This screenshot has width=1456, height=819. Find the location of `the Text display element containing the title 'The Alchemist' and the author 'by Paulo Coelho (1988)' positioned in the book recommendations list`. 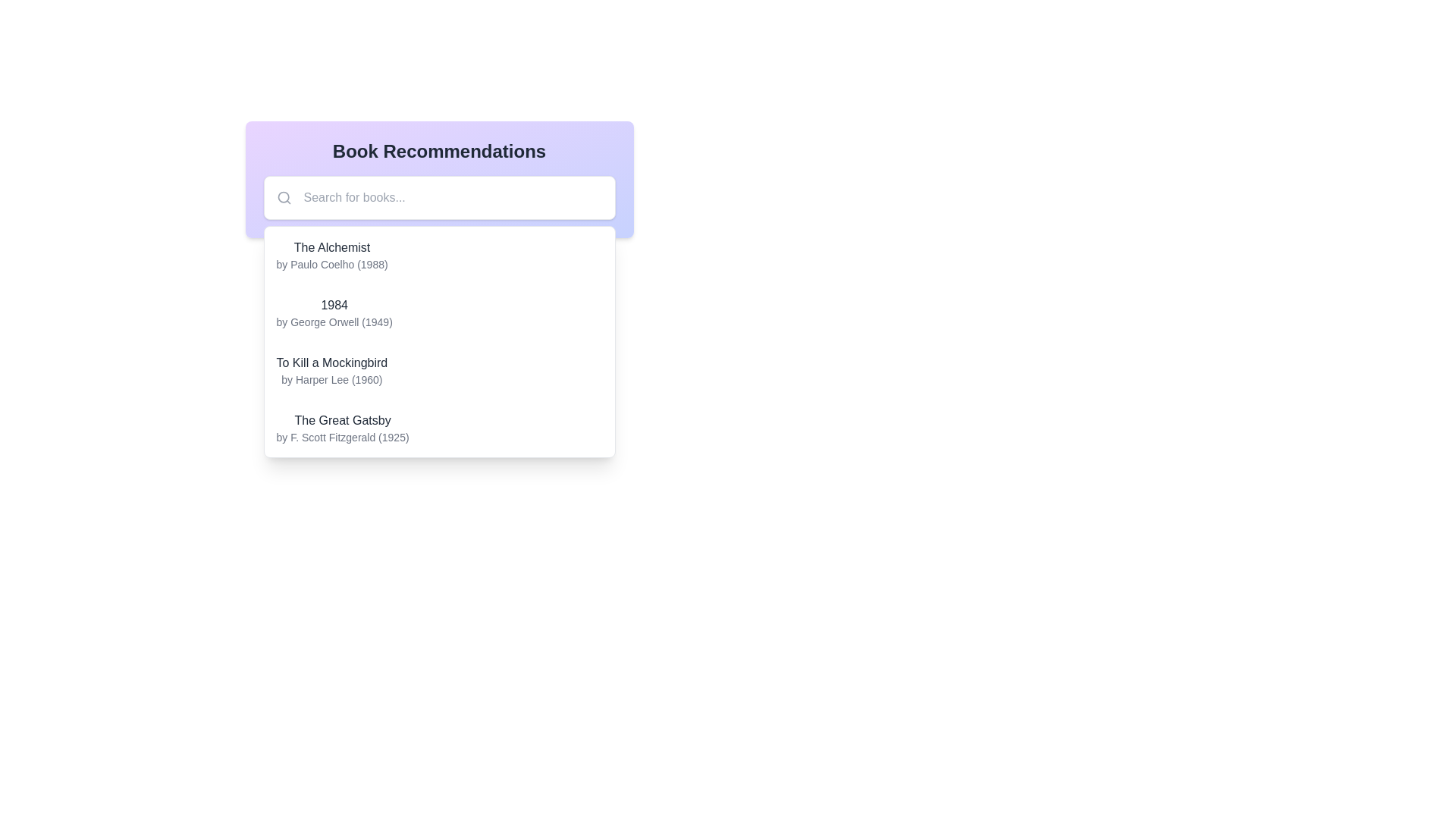

the Text display element containing the title 'The Alchemist' and the author 'by Paulo Coelho (1988)' positioned in the book recommendations list is located at coordinates (331, 254).